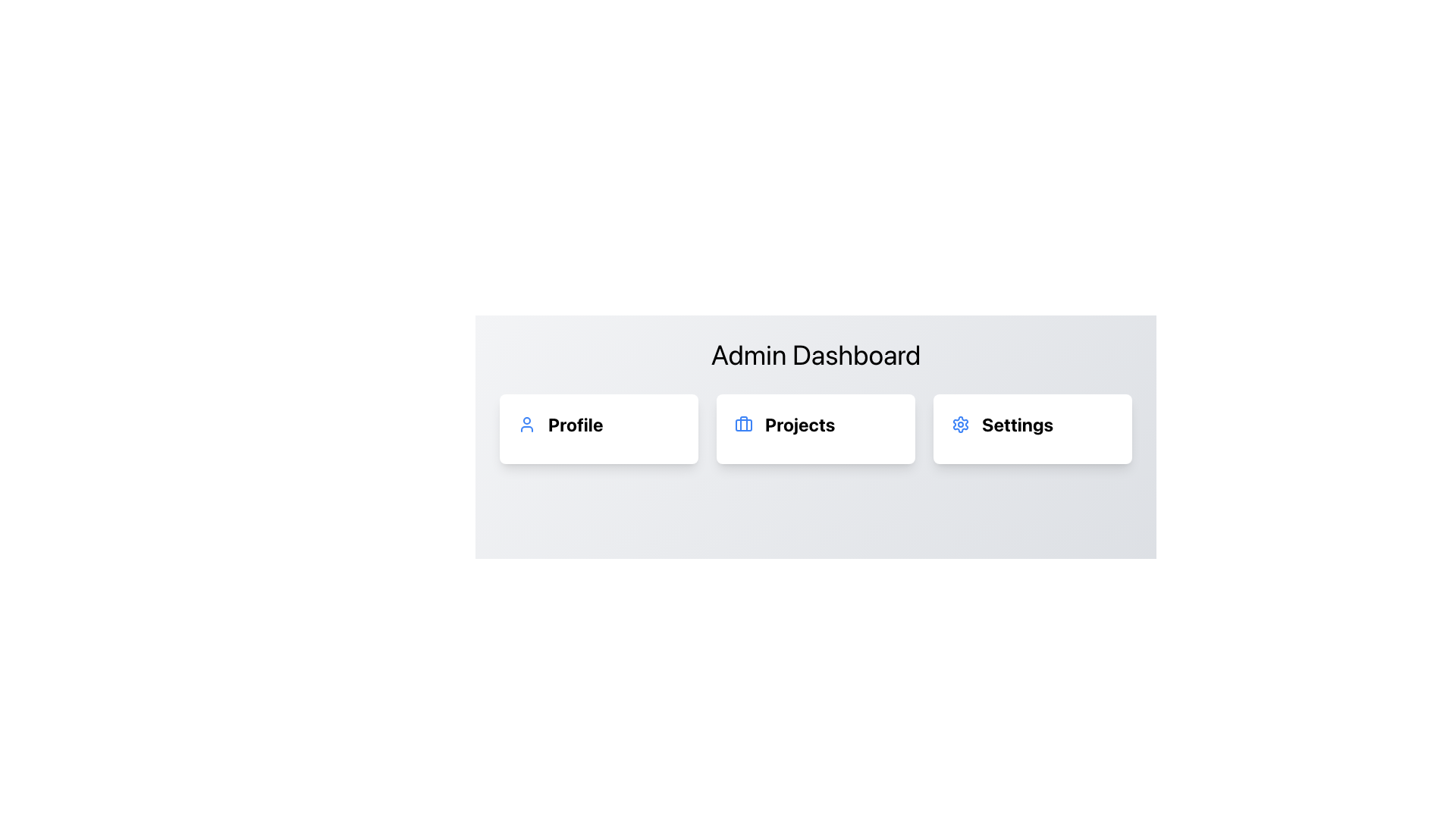 This screenshot has height=819, width=1456. Describe the element at coordinates (1032, 429) in the screenshot. I see `the 'Settings' button, which is the rightmost element in a grid of three buttons labeled 'Profile', 'Projects', and 'Settings'` at that location.